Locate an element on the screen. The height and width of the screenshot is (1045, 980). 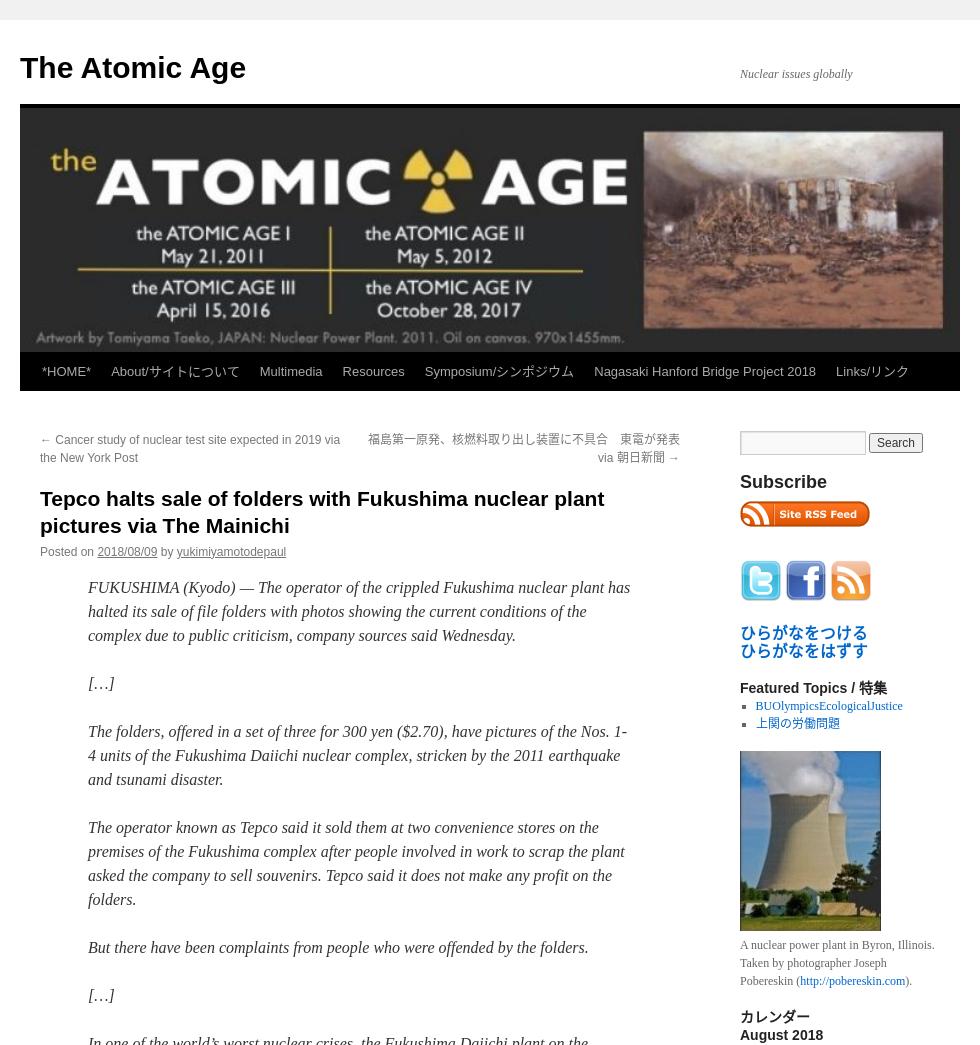
'But there have been complaints from people who were offended by the folders.' is located at coordinates (88, 945).